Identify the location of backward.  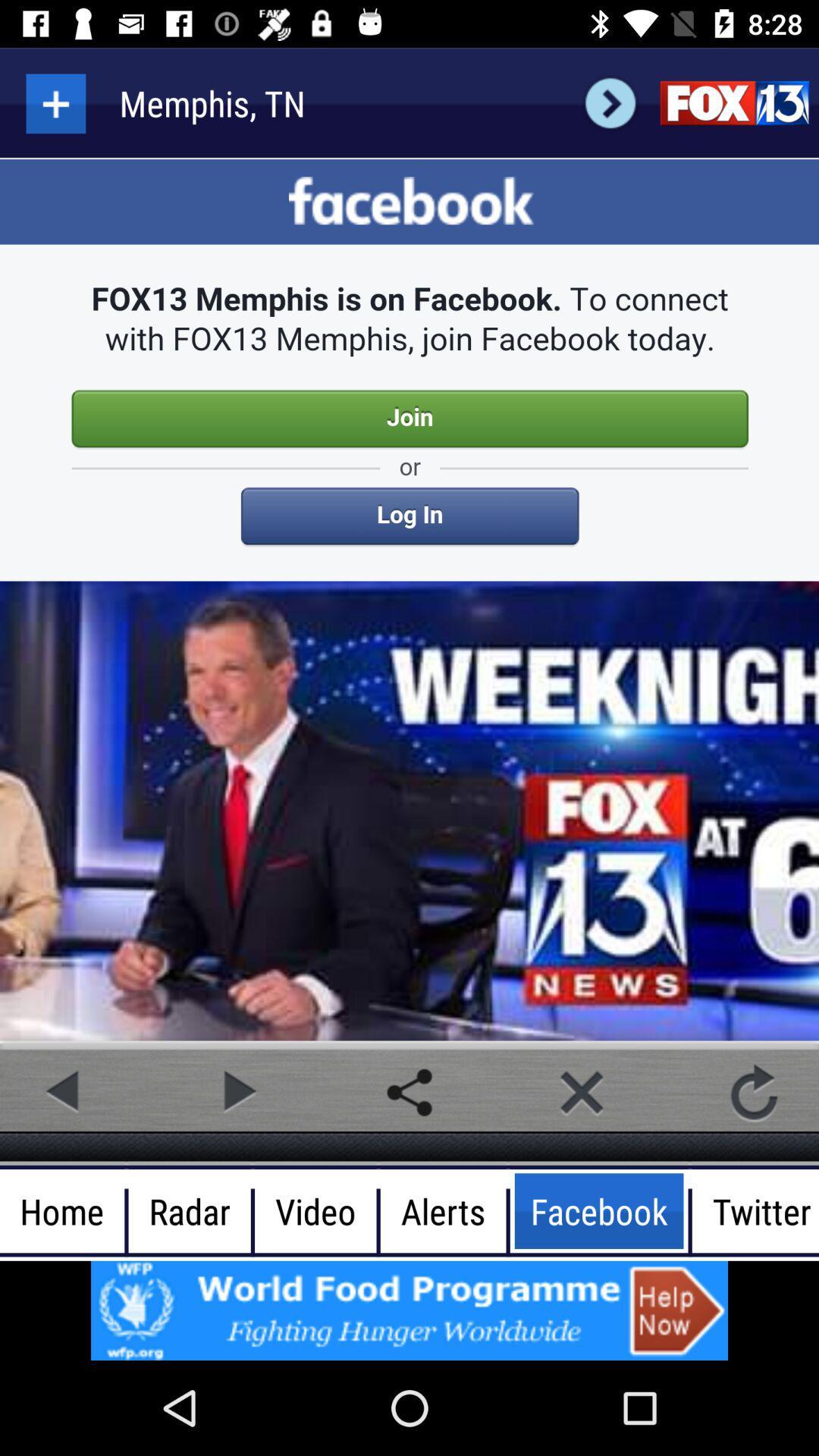
(237, 1092).